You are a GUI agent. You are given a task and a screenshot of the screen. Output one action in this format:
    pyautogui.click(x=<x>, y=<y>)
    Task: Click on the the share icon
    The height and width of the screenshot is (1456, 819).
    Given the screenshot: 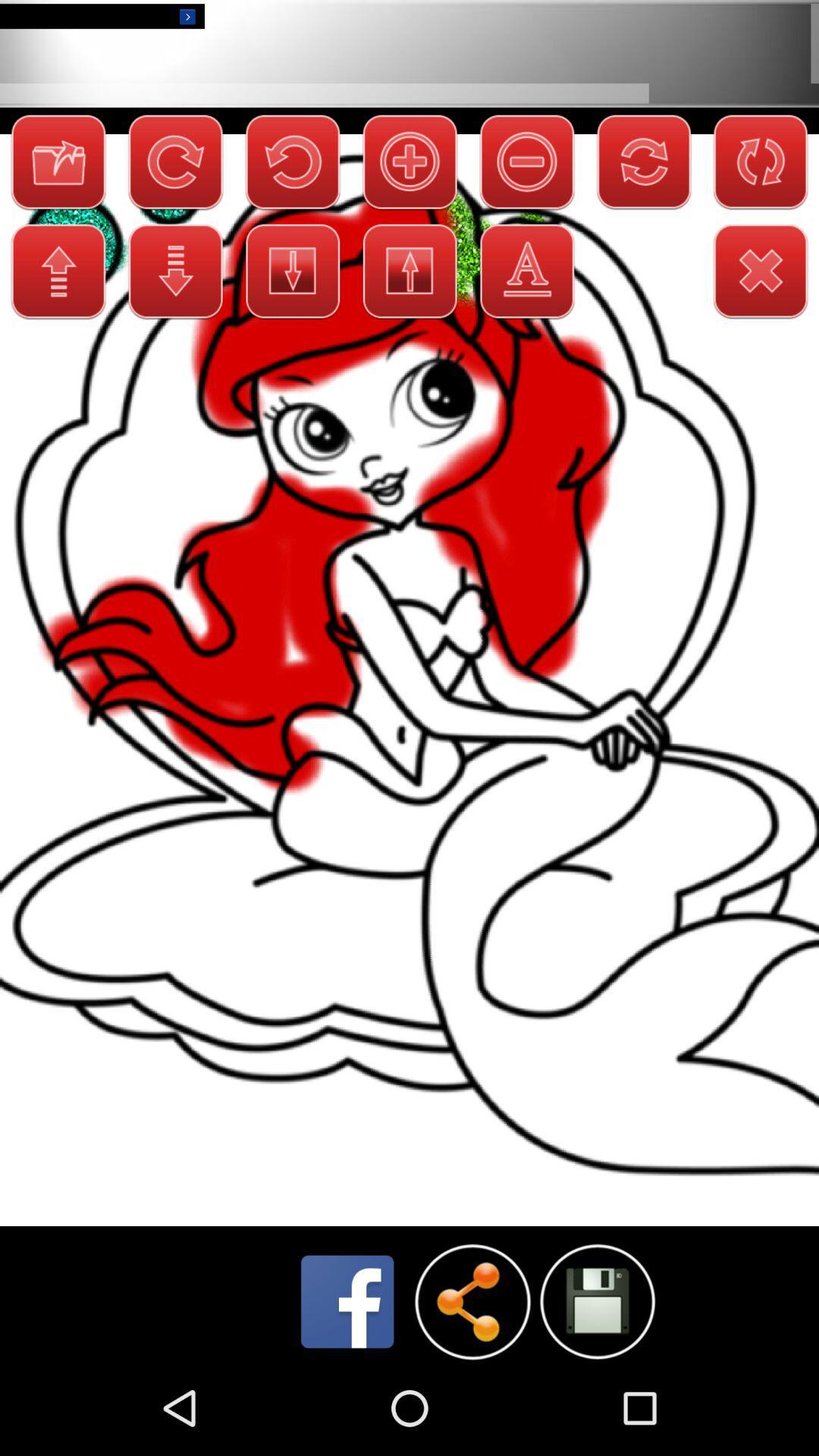 What is the action you would take?
    pyautogui.click(x=472, y=1393)
    